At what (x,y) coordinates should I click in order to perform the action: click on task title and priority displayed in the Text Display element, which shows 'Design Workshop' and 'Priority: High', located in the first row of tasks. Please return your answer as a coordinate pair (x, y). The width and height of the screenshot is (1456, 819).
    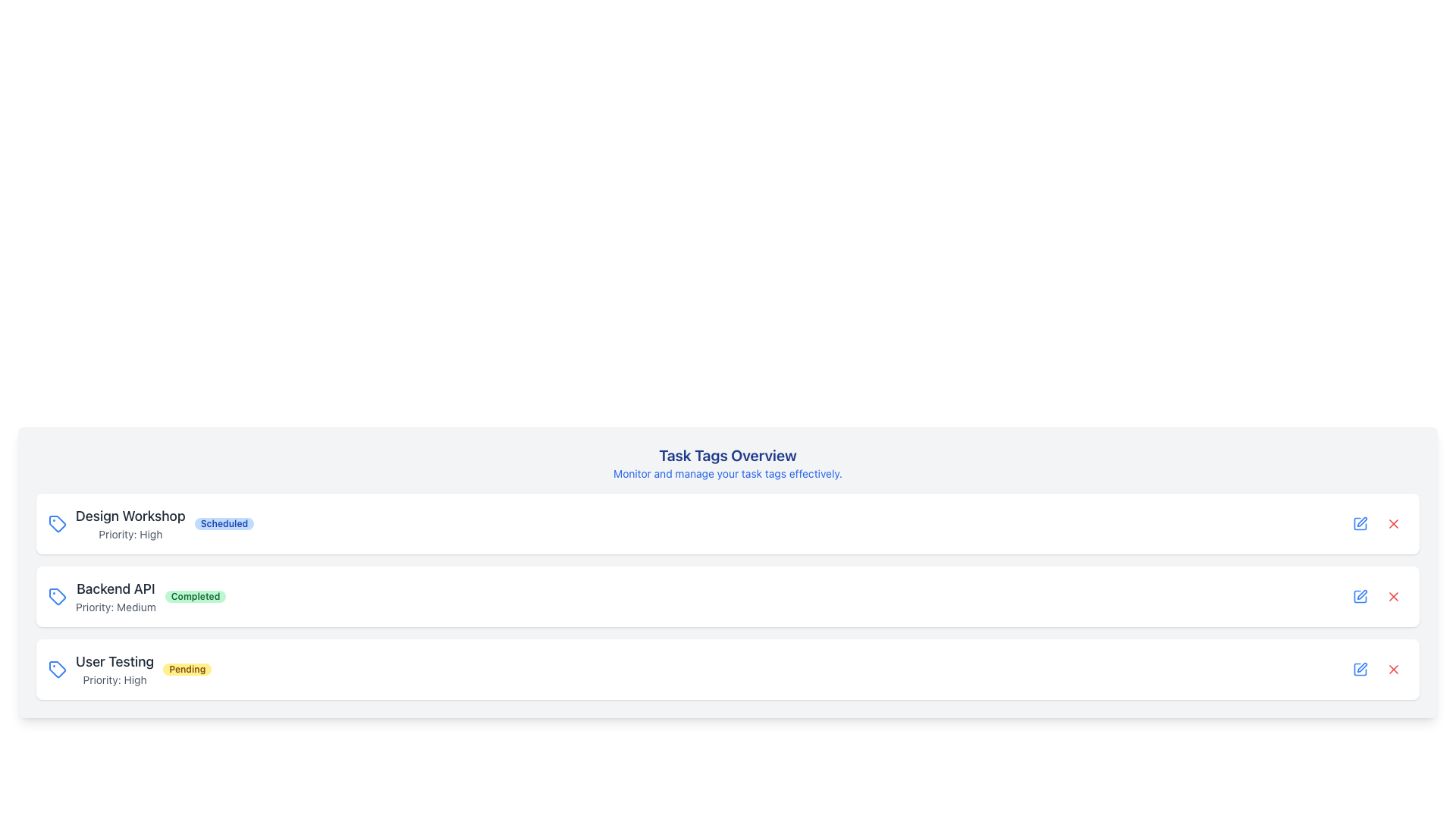
    Looking at the image, I should click on (130, 522).